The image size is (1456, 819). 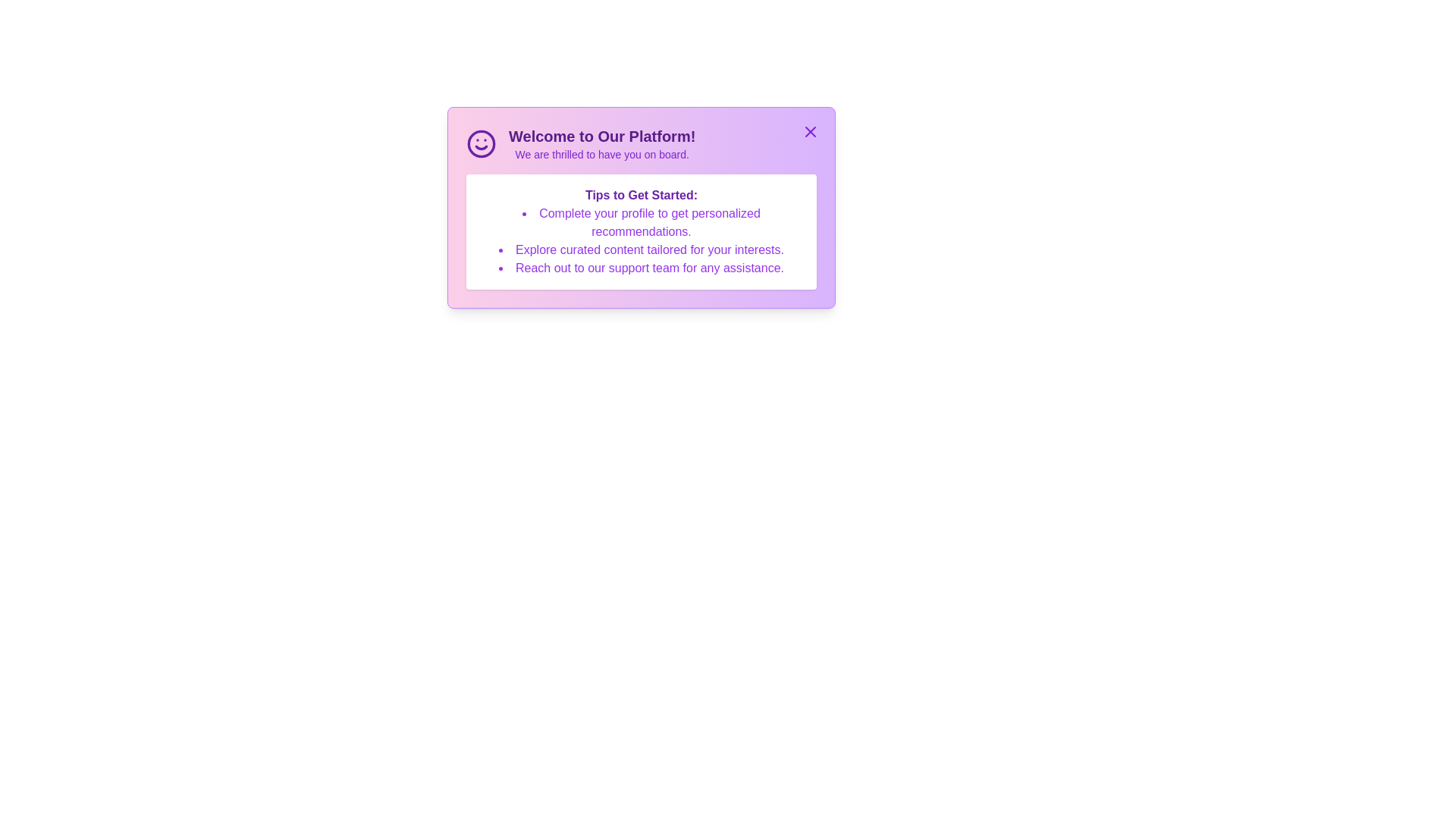 I want to click on the smiley icon to interact with it, so click(x=480, y=143).